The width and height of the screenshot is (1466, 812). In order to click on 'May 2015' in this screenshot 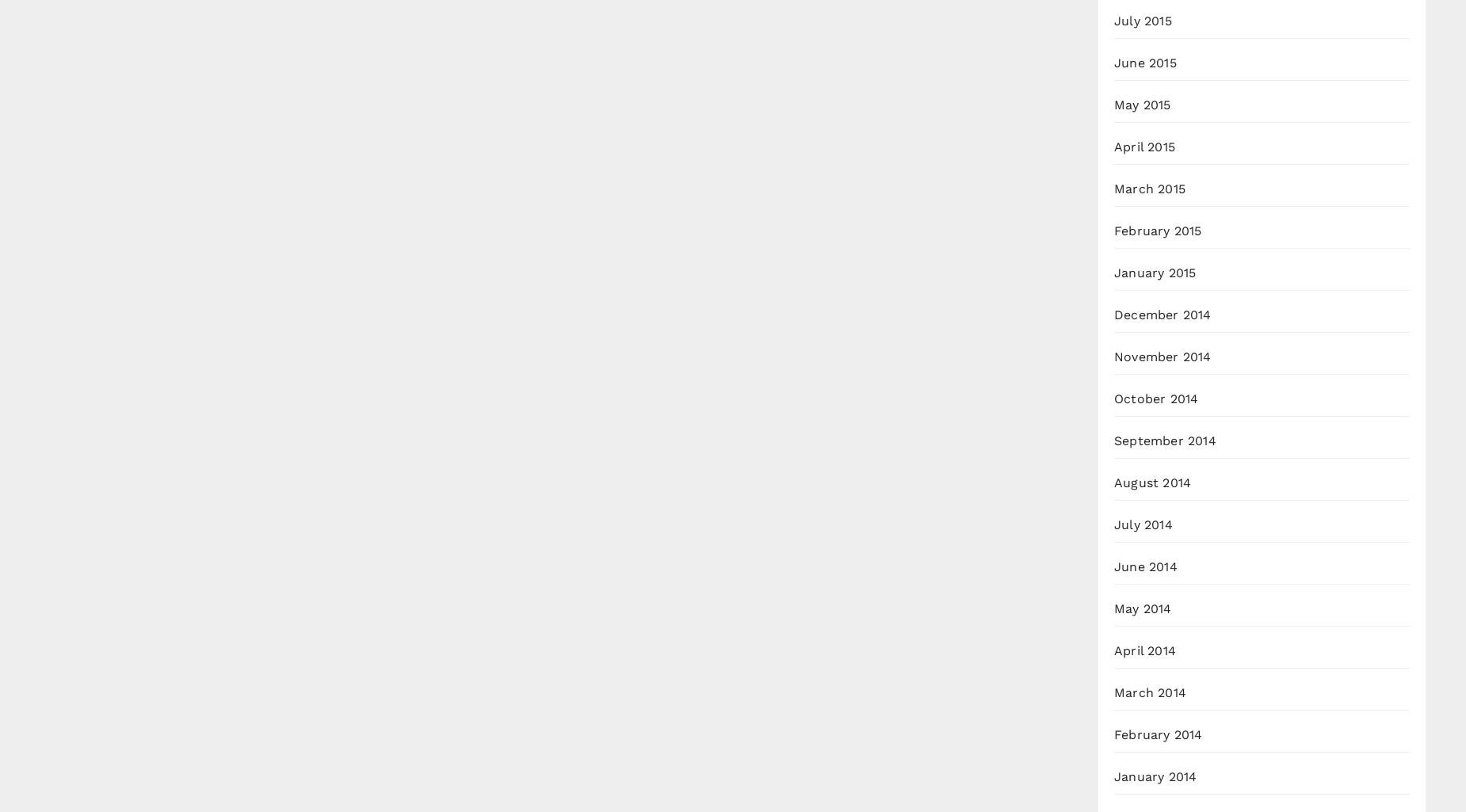, I will do `click(1142, 105)`.